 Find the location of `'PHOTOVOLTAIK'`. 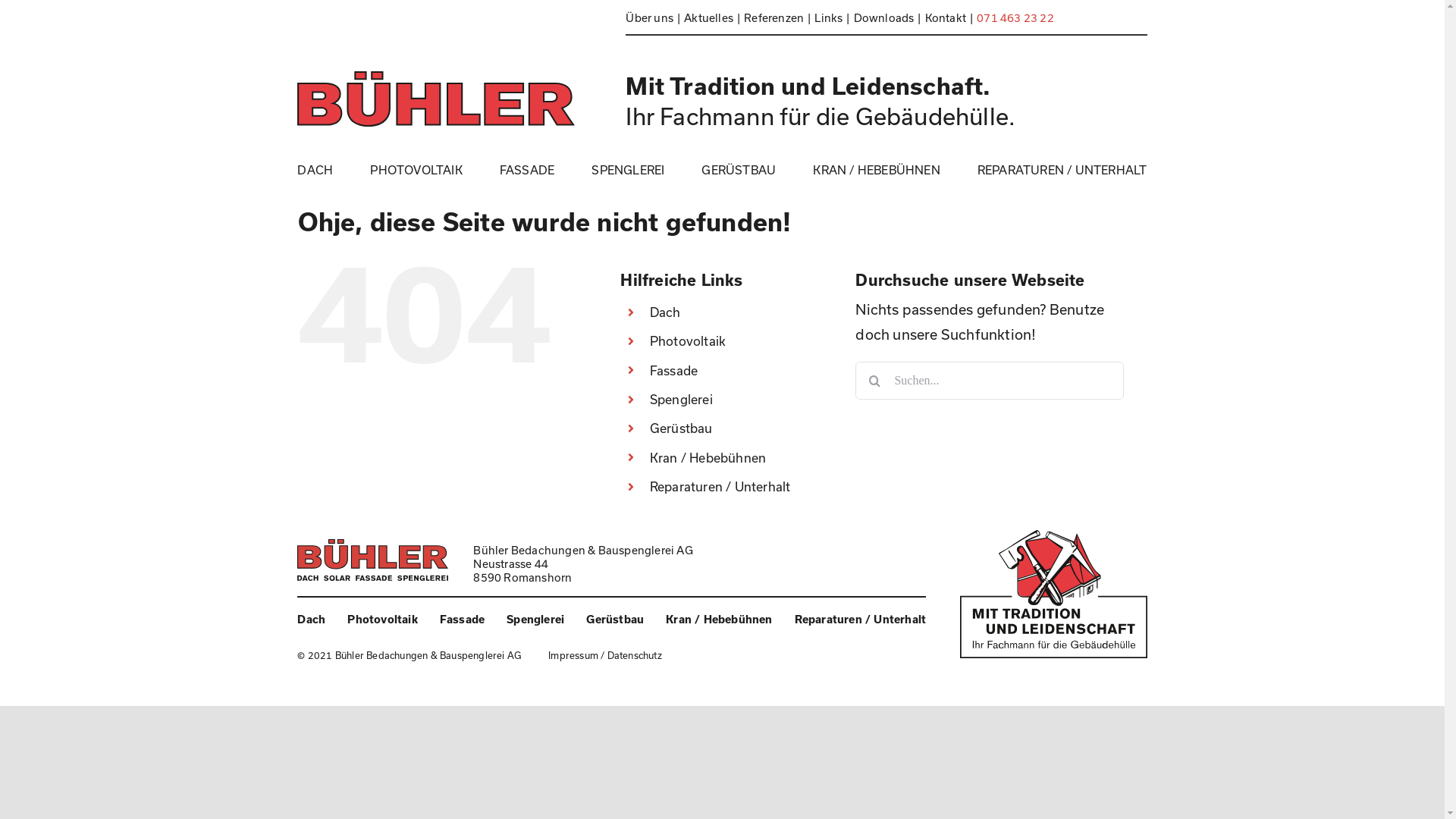

'PHOTOVOLTAIK' is located at coordinates (416, 169).